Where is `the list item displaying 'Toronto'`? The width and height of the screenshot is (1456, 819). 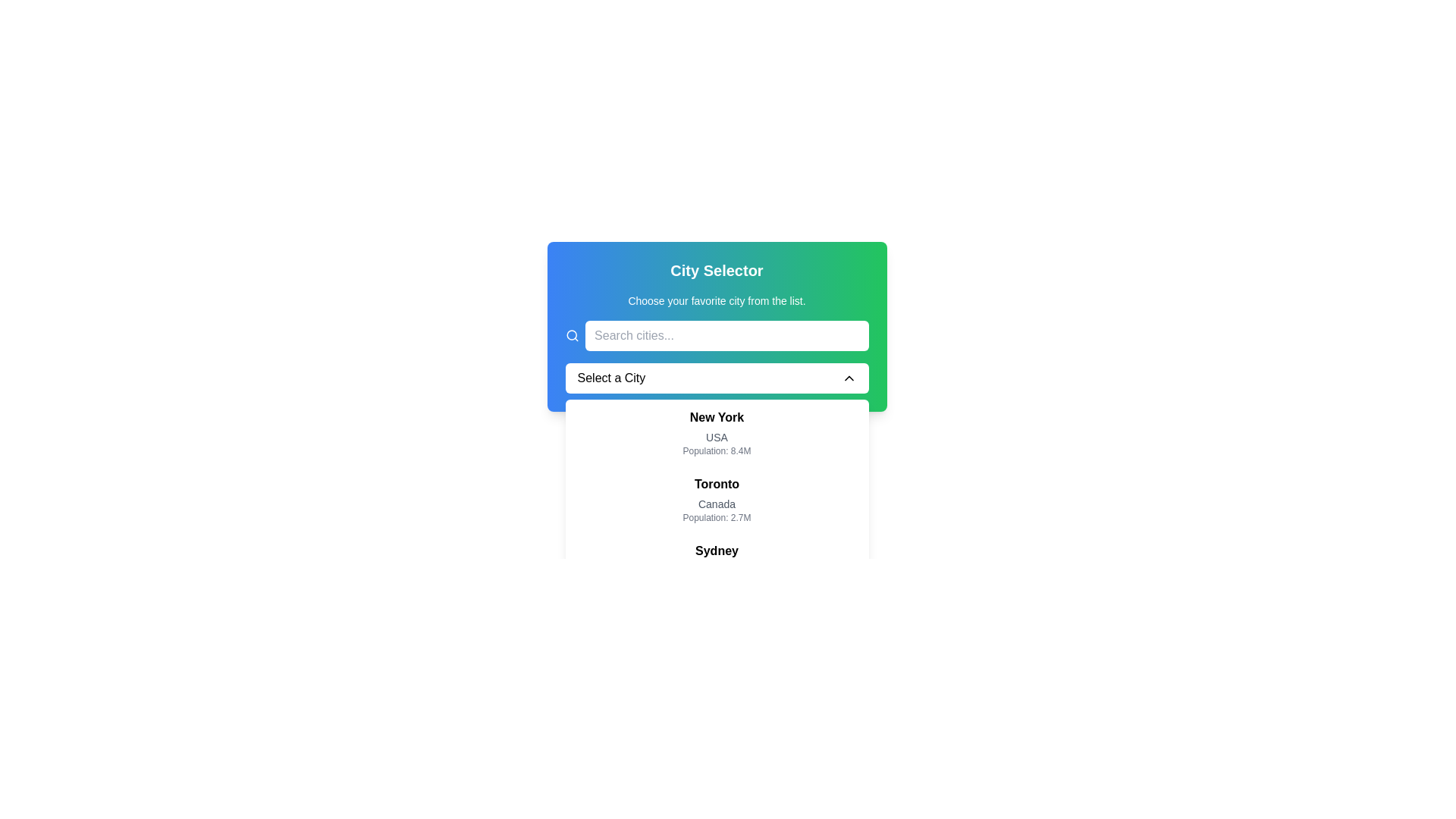
the list item displaying 'Toronto' is located at coordinates (716, 500).